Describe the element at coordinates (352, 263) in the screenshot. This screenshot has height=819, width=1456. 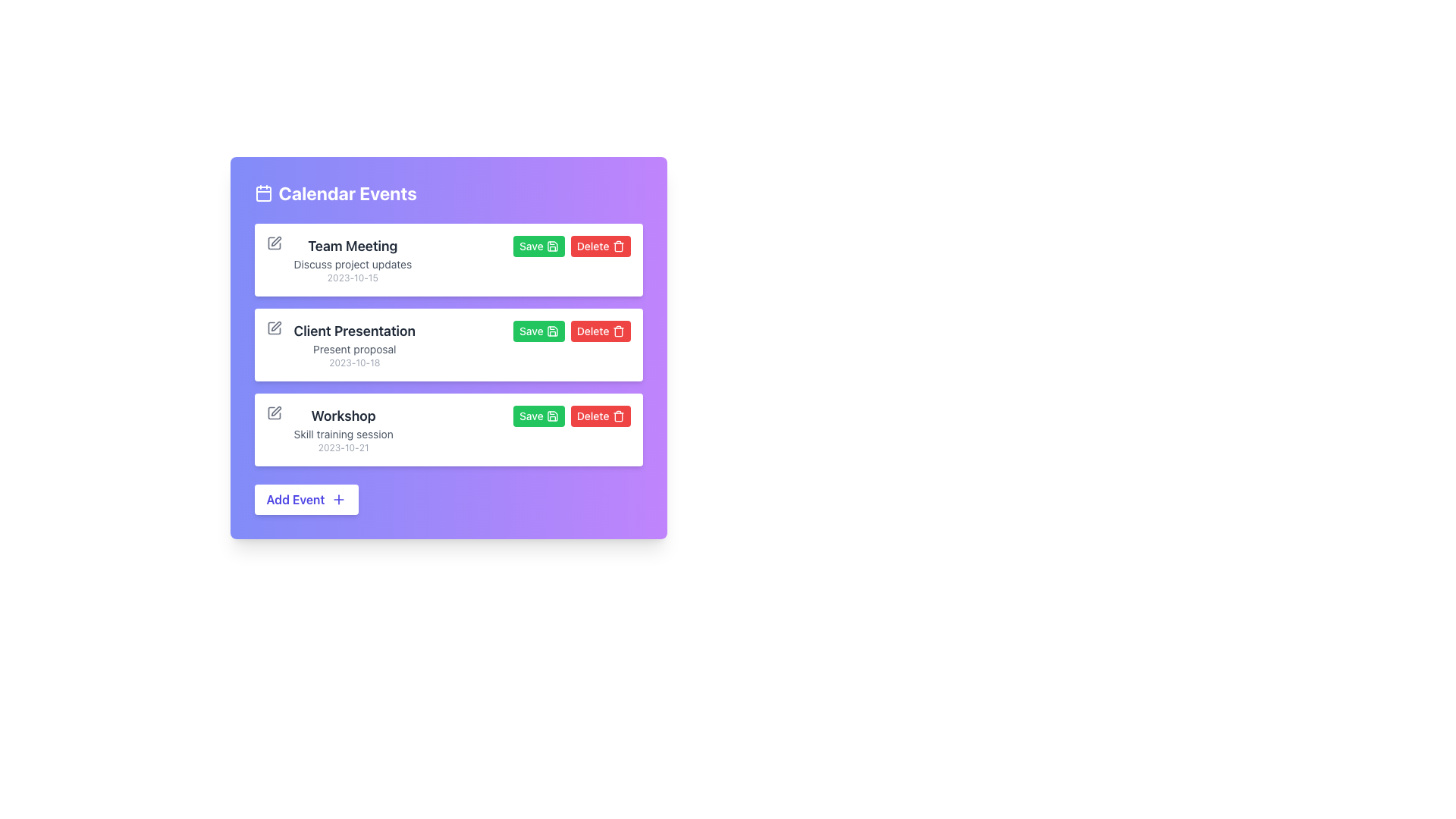
I see `the static text element that serves as a subtitle for the title 'Team Meeting', located below the title and above the date '2023-10-15'` at that location.